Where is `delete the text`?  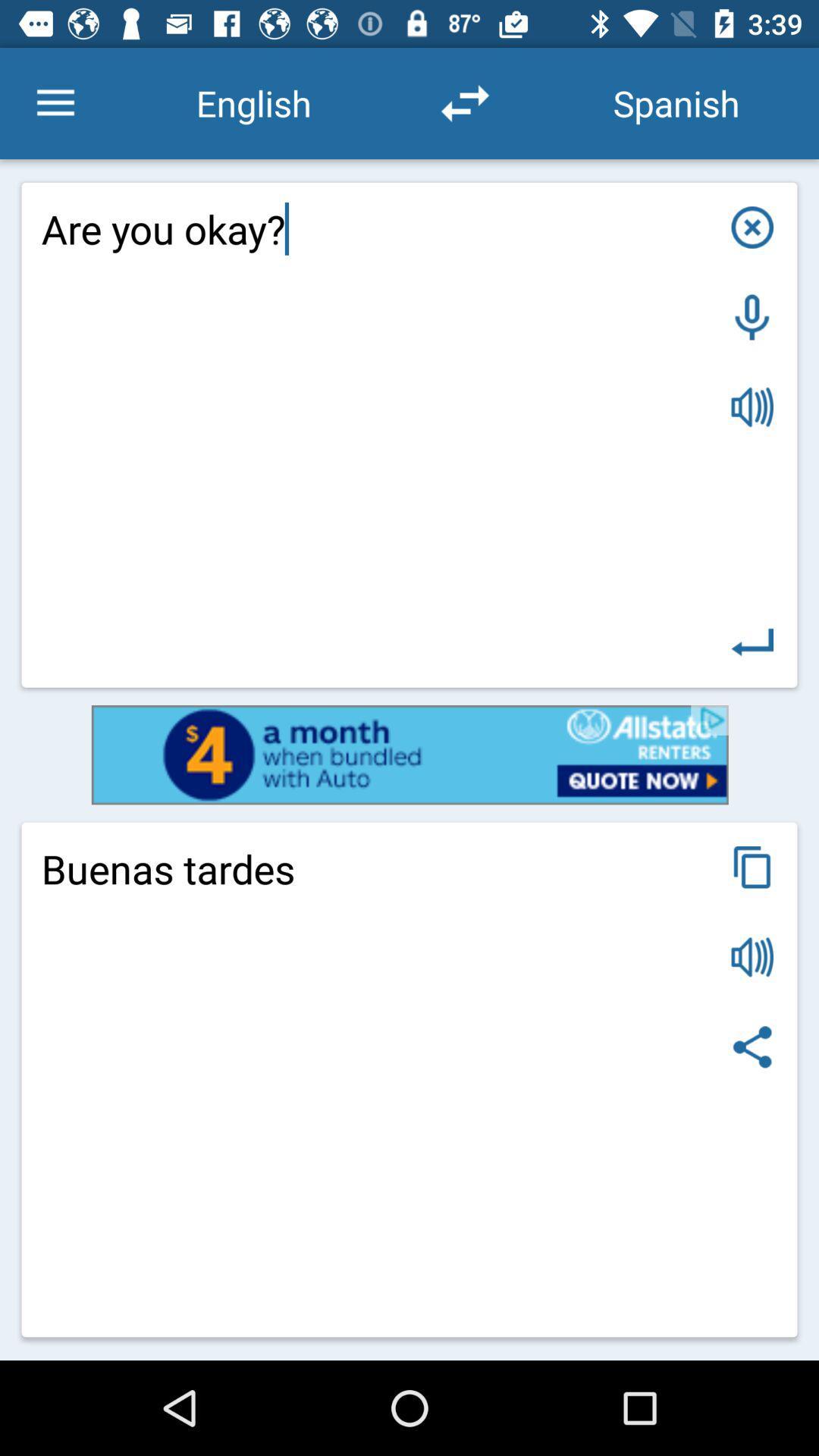 delete the text is located at coordinates (752, 226).